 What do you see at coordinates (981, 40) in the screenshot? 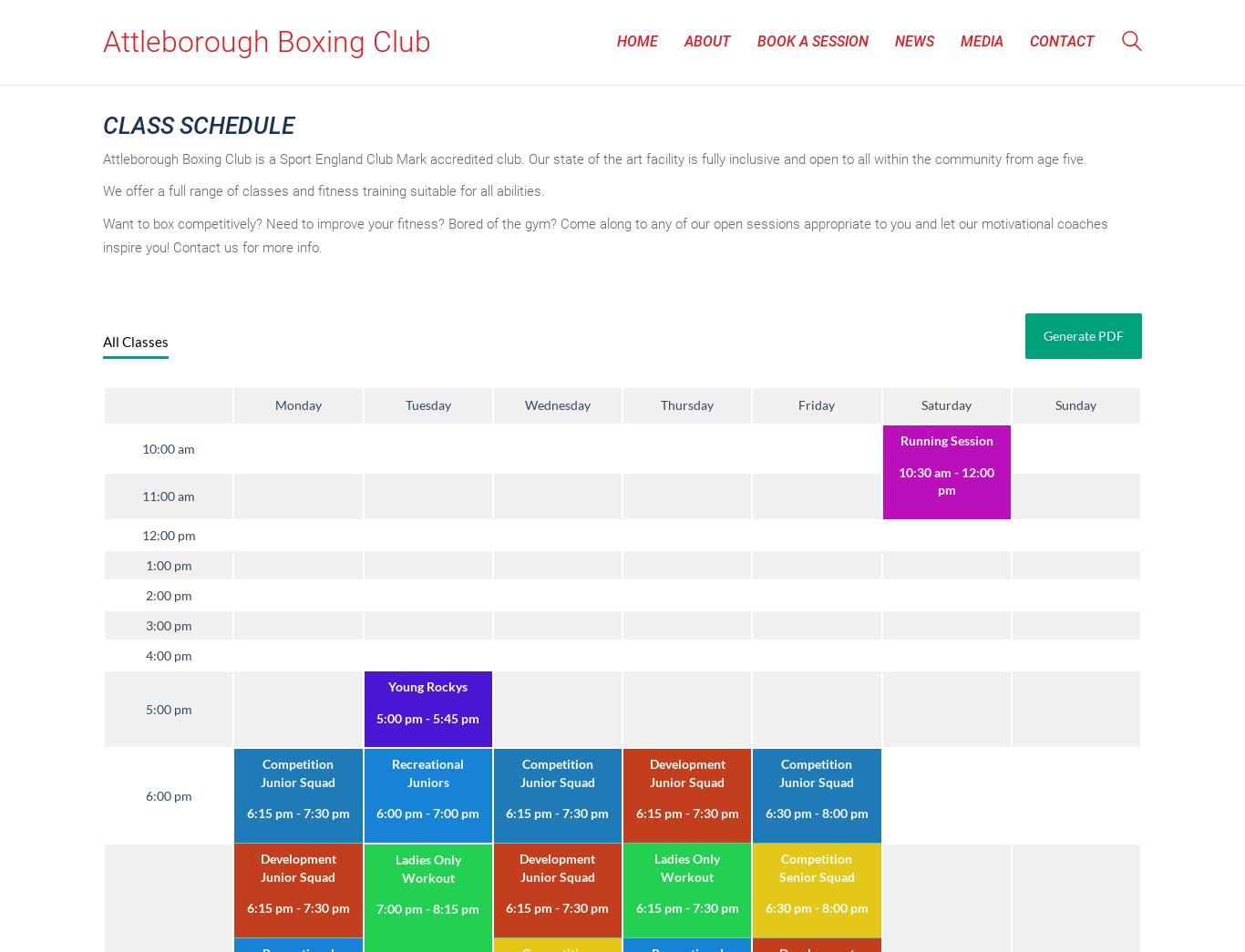
I see `'Media'` at bounding box center [981, 40].